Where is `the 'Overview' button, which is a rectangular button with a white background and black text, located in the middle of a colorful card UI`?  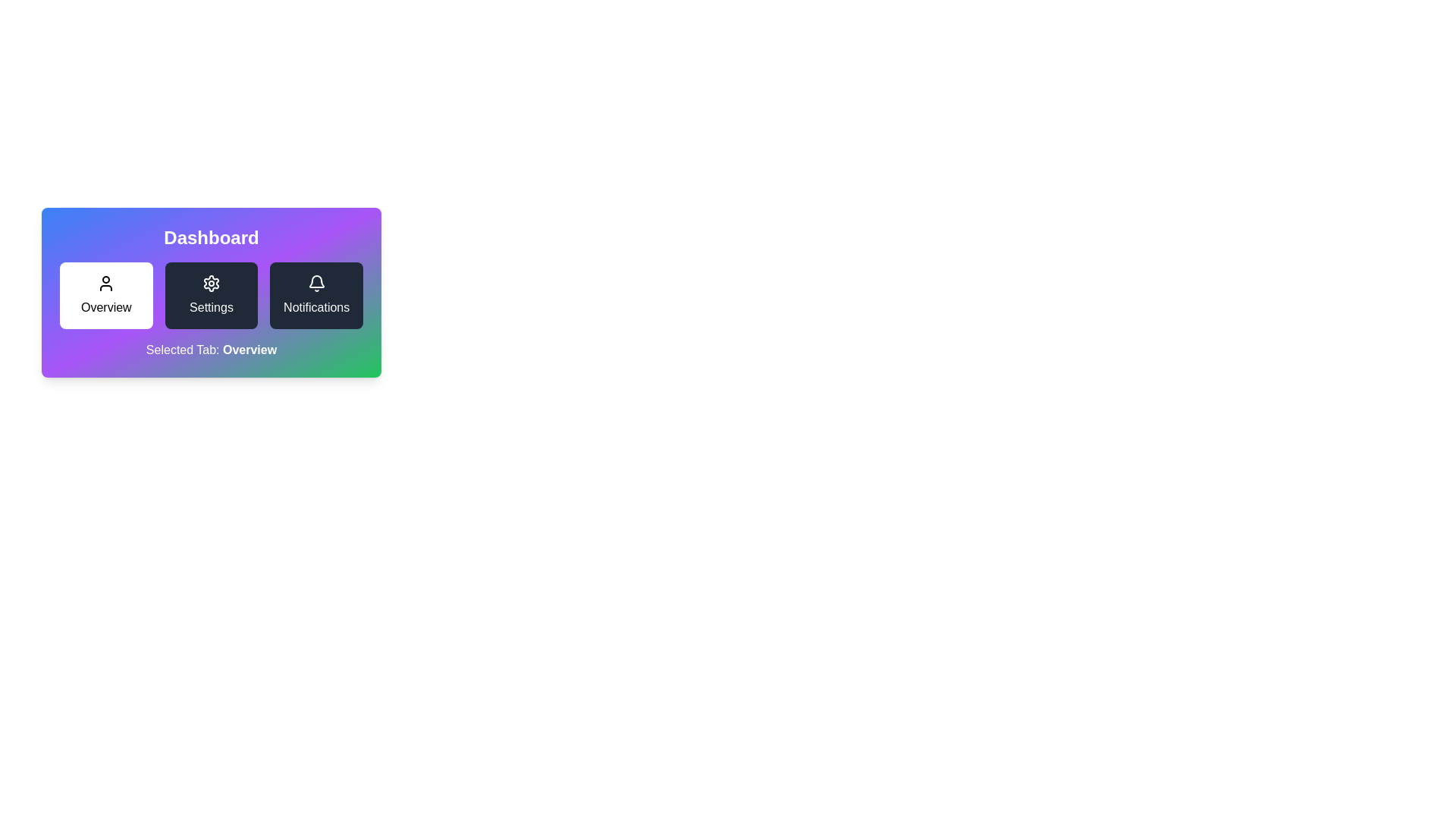
the 'Overview' button, which is a rectangular button with a white background and black text, located in the middle of a colorful card UI is located at coordinates (210, 295).